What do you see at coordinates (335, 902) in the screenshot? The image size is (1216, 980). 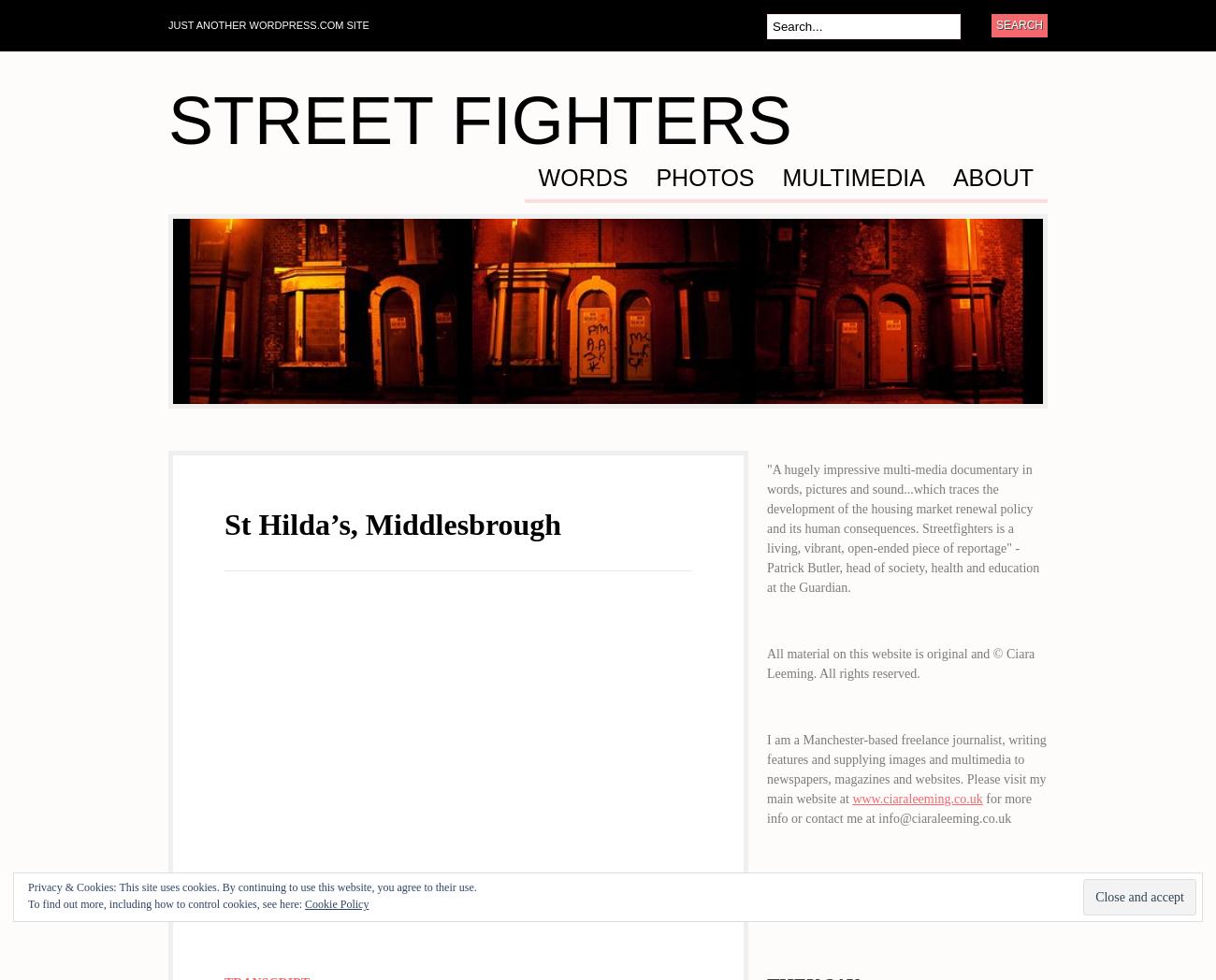 I see `'Cookie Policy'` at bounding box center [335, 902].